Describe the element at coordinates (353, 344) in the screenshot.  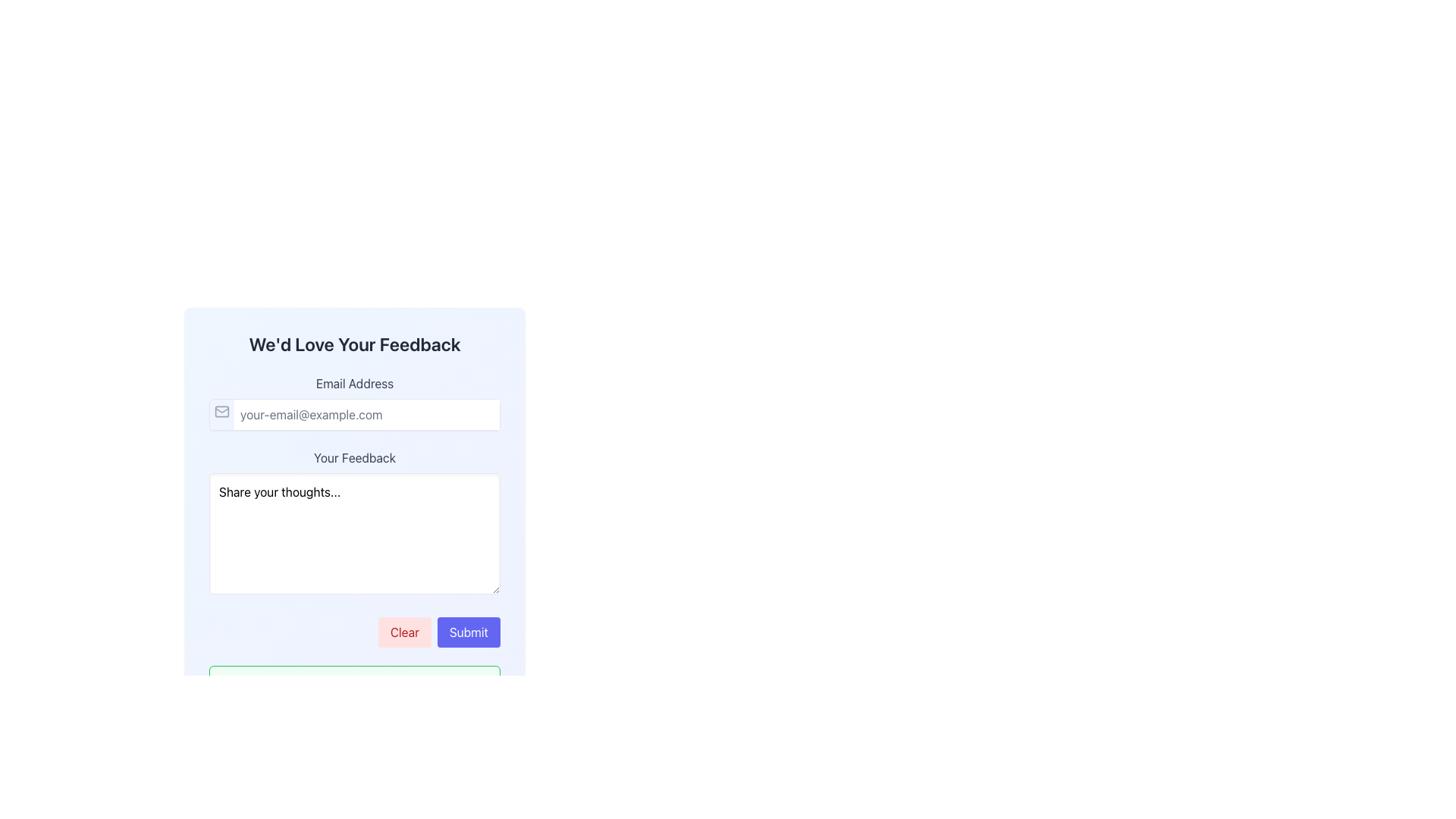
I see `the text header that displays 'We'd Love Your Feedback', which is a large, bold, dark gray font centered at the top of the feedback form` at that location.